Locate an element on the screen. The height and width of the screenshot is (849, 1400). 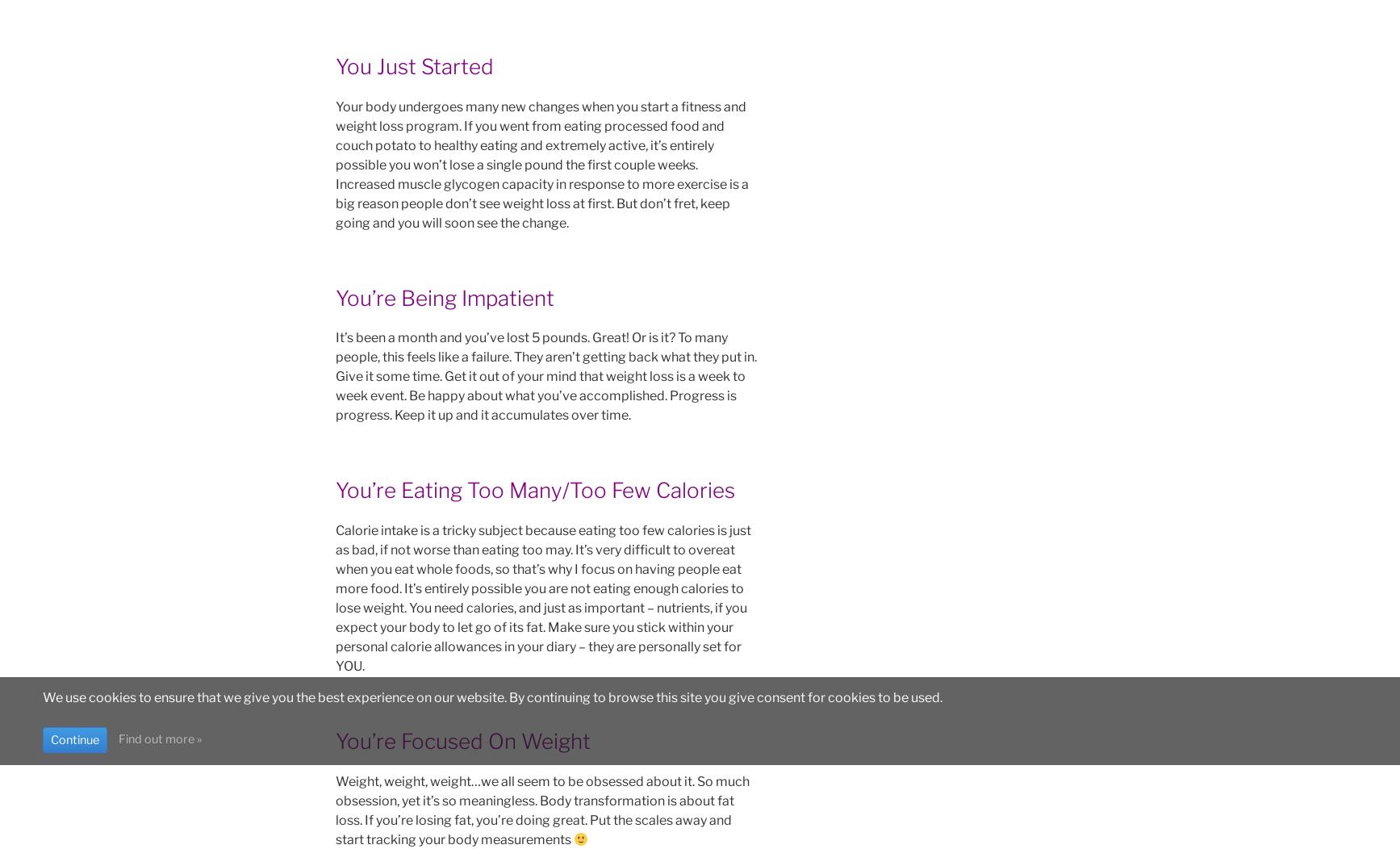
'It’s been a month and you’ve lost 5 pounds. Great! Or is it? To many people, this feels like a failure. They aren’t getting back what they put in. Give it some time. Get it out of your mind that weight loss is a week to week event. Be happy about what you’ve accomplished. Progress is progress. Keep it up and it accumulates over time.' is located at coordinates (545, 376).